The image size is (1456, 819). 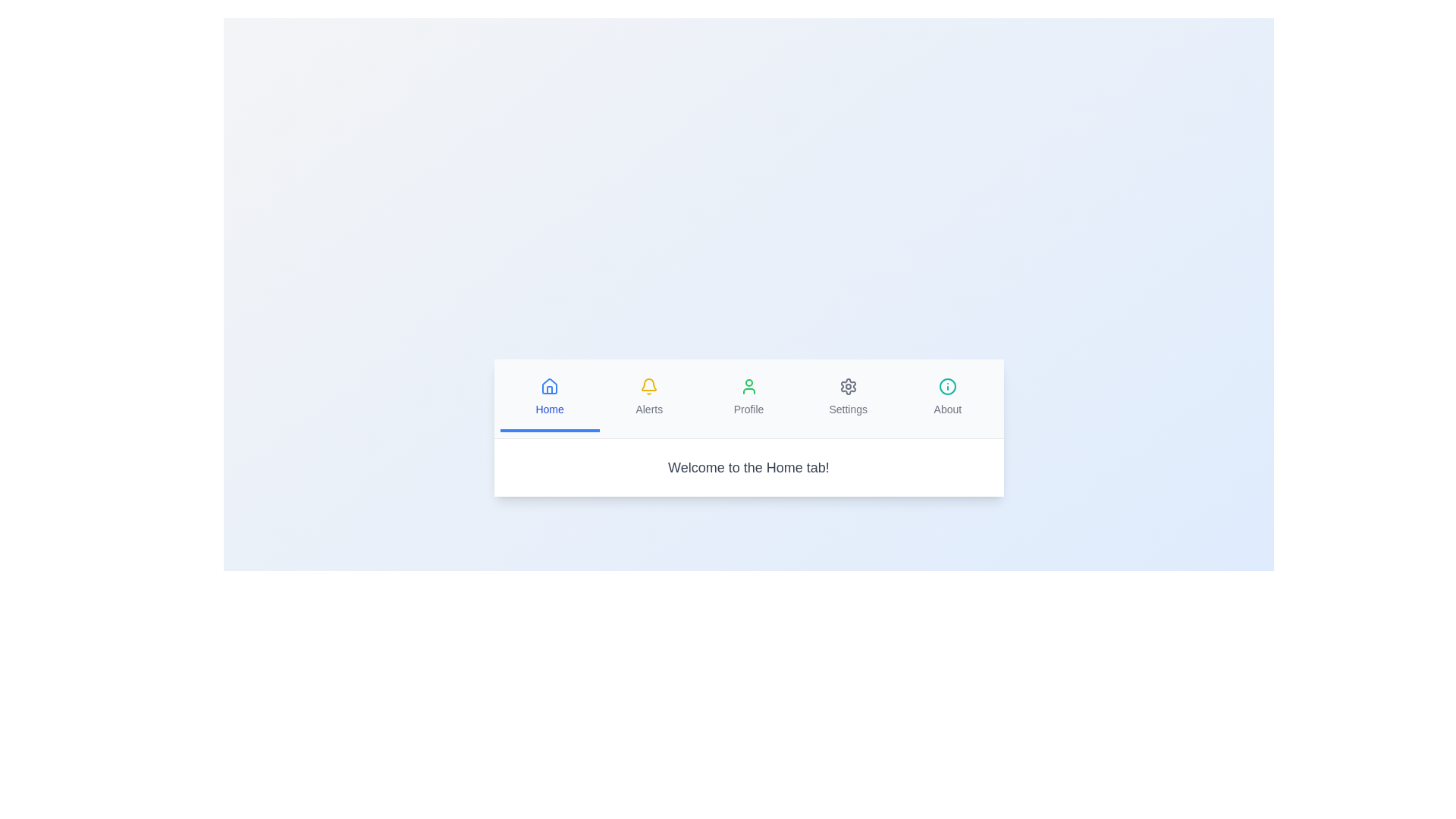 I want to click on the tab labeled Home to switch to its content, so click(x=548, y=397).